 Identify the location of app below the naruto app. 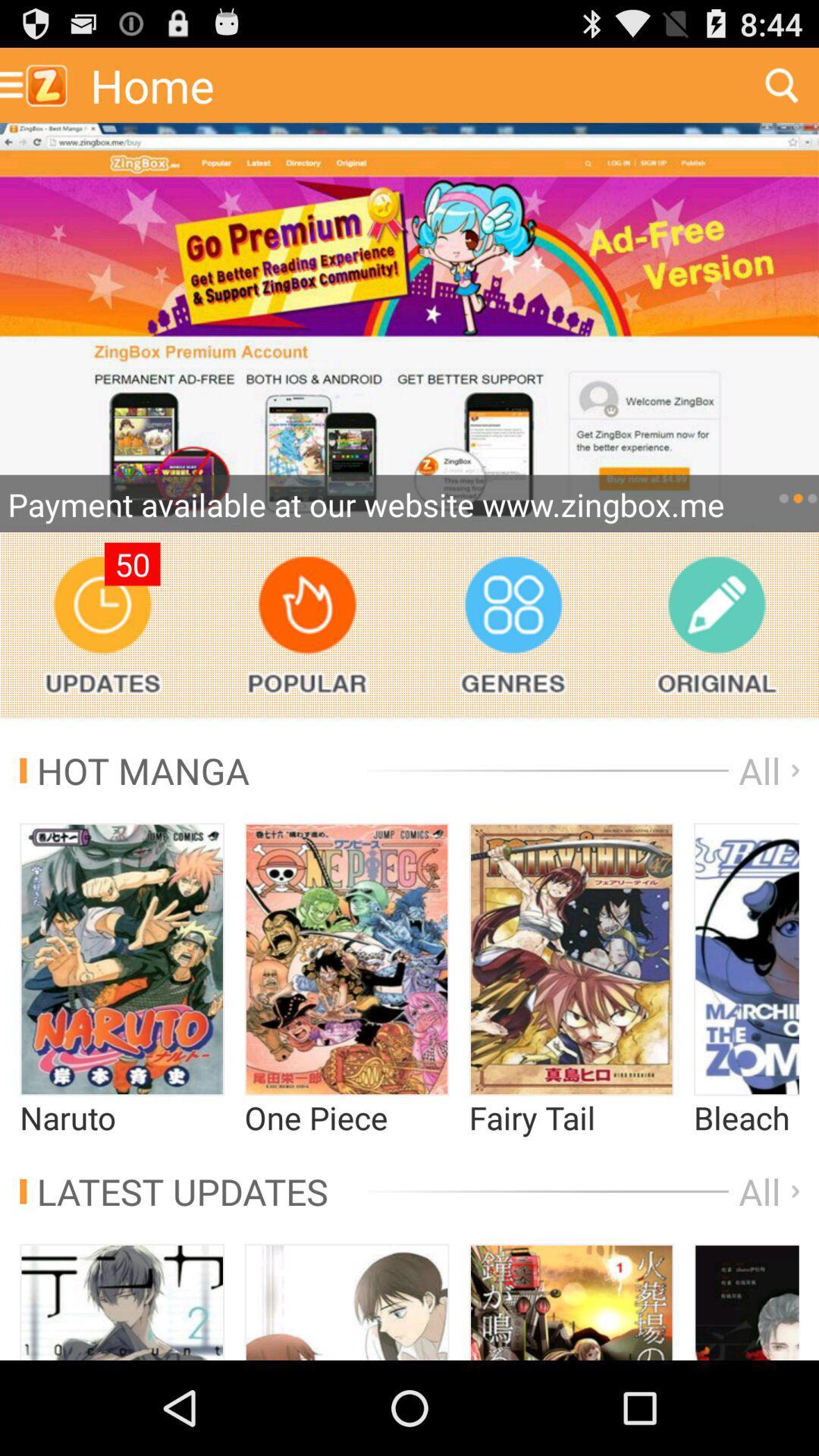
(173, 1191).